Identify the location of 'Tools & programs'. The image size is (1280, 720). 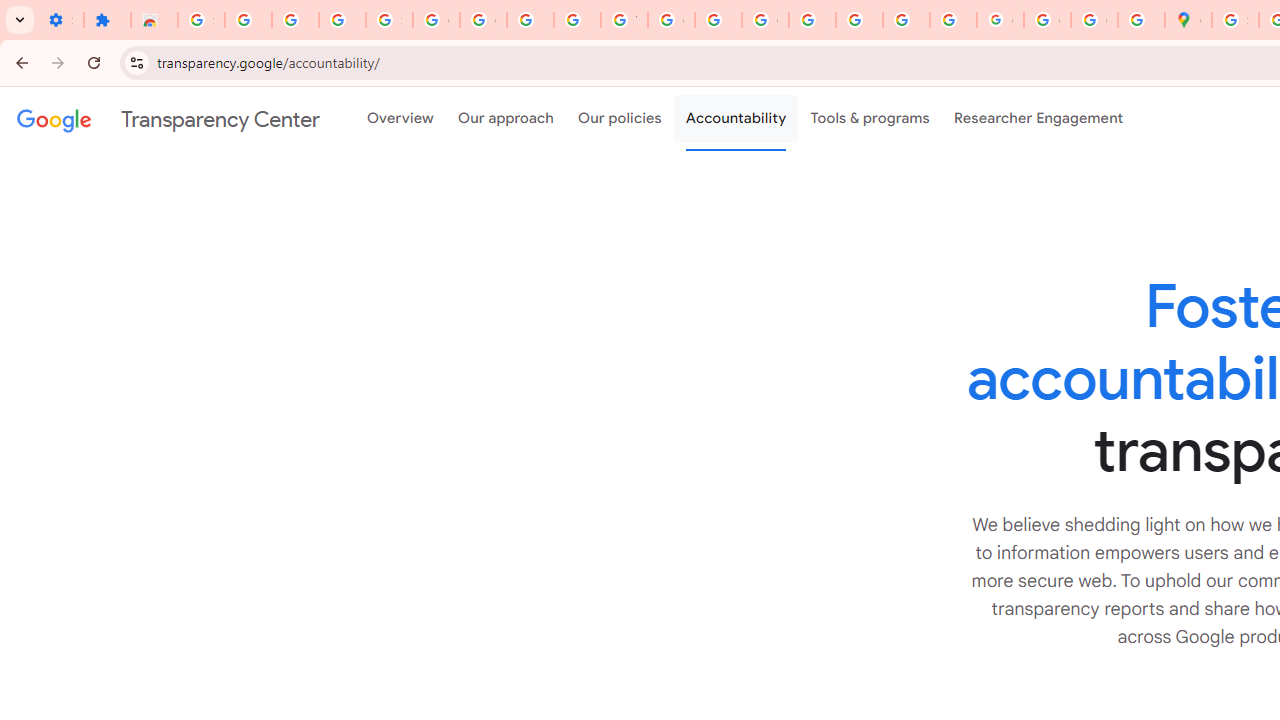
(869, 119).